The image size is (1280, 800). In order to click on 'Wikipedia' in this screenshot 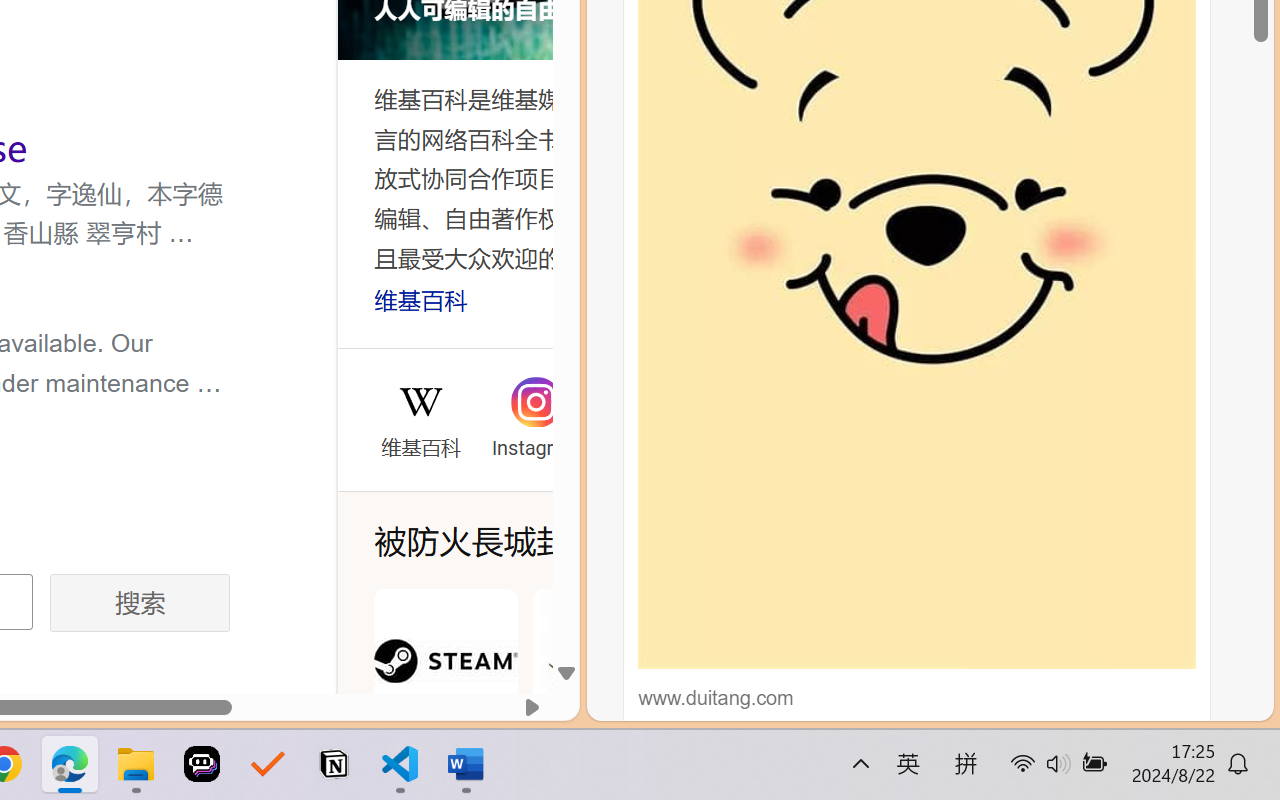, I will do `click(418, 402)`.